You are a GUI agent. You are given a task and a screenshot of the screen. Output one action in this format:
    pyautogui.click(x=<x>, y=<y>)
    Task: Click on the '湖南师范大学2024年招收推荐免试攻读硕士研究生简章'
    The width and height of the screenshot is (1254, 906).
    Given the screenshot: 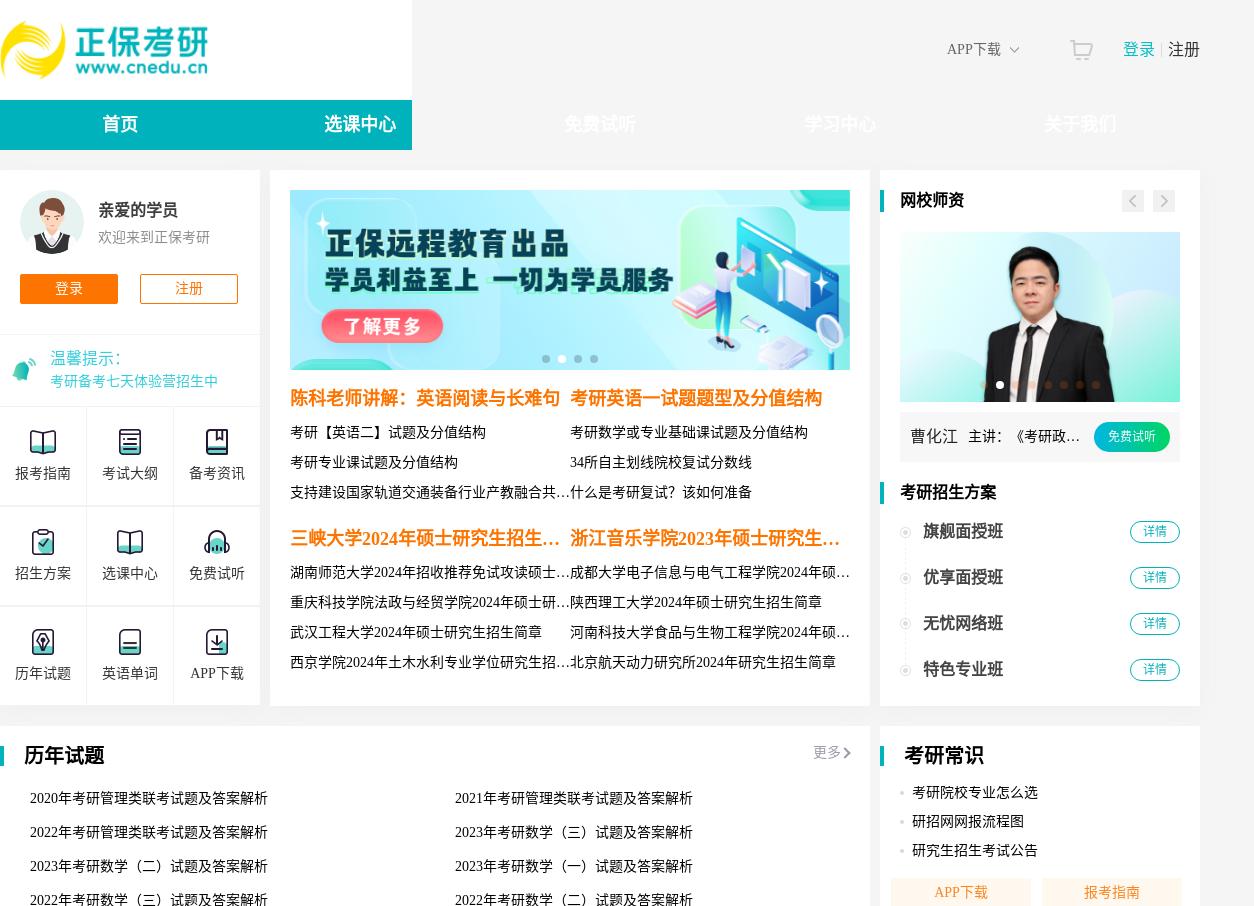 What is the action you would take?
    pyautogui.click(x=457, y=571)
    